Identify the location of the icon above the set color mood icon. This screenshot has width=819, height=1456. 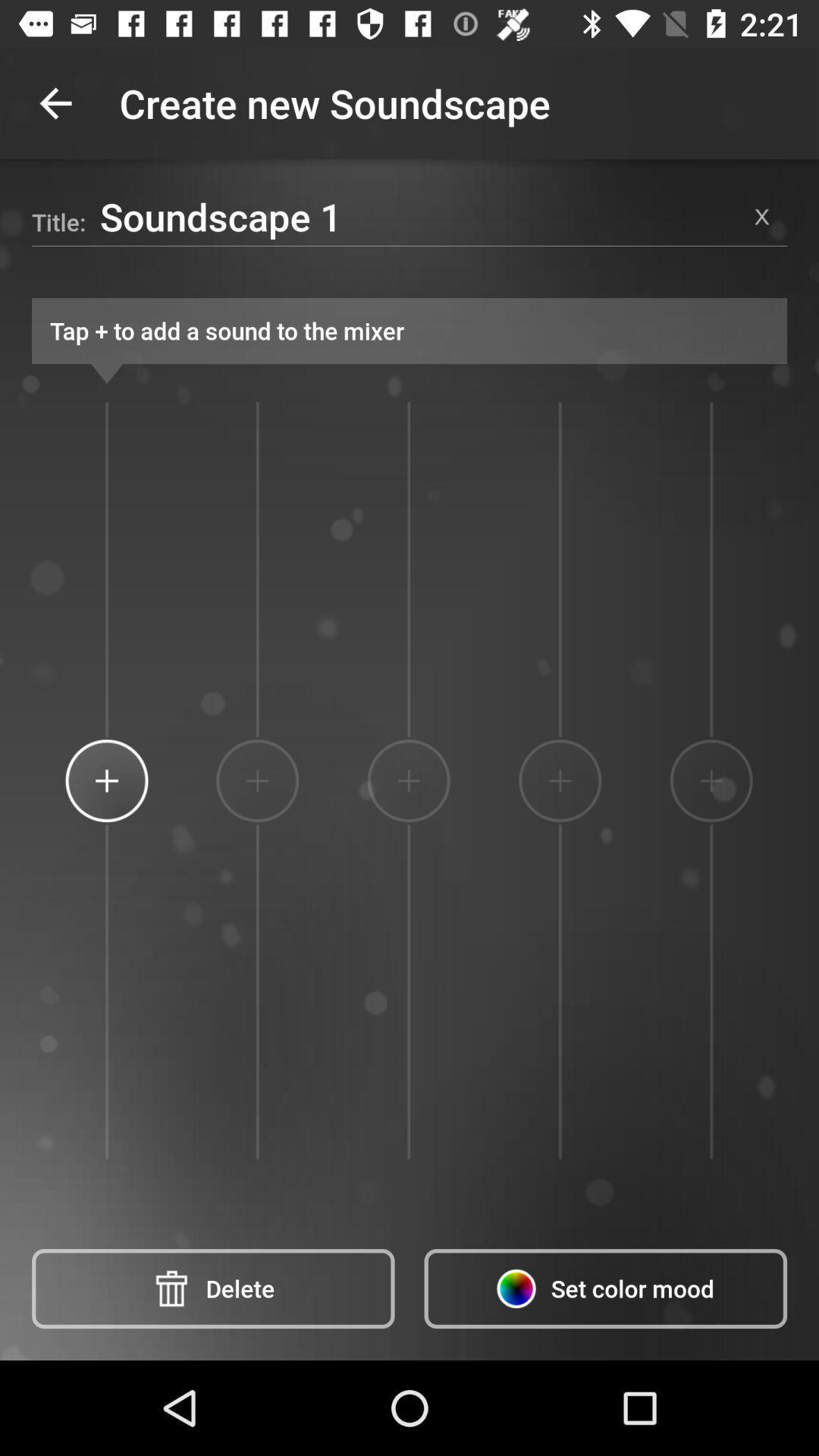
(560, 780).